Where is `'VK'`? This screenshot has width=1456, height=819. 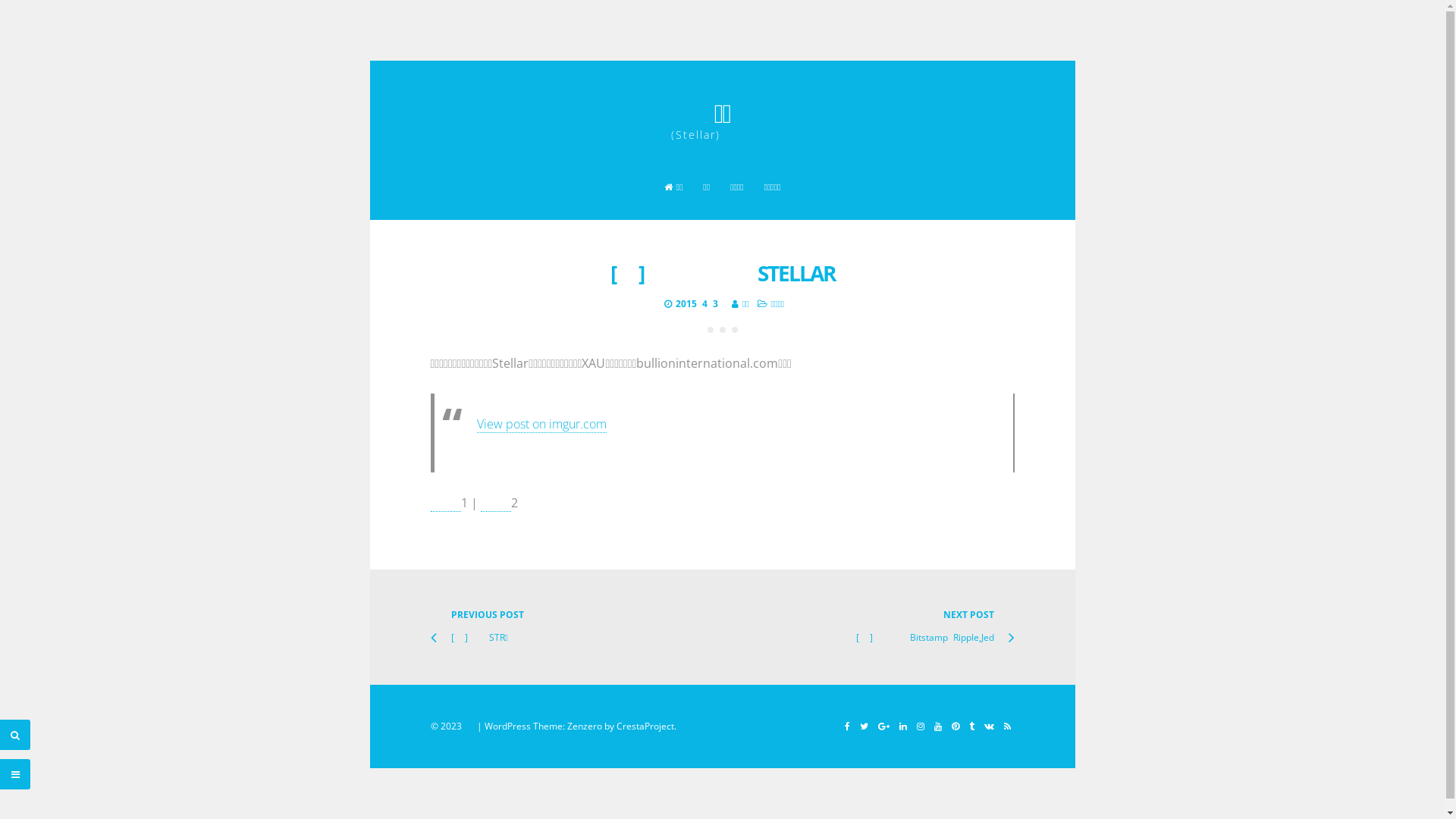
'VK' is located at coordinates (988, 725).